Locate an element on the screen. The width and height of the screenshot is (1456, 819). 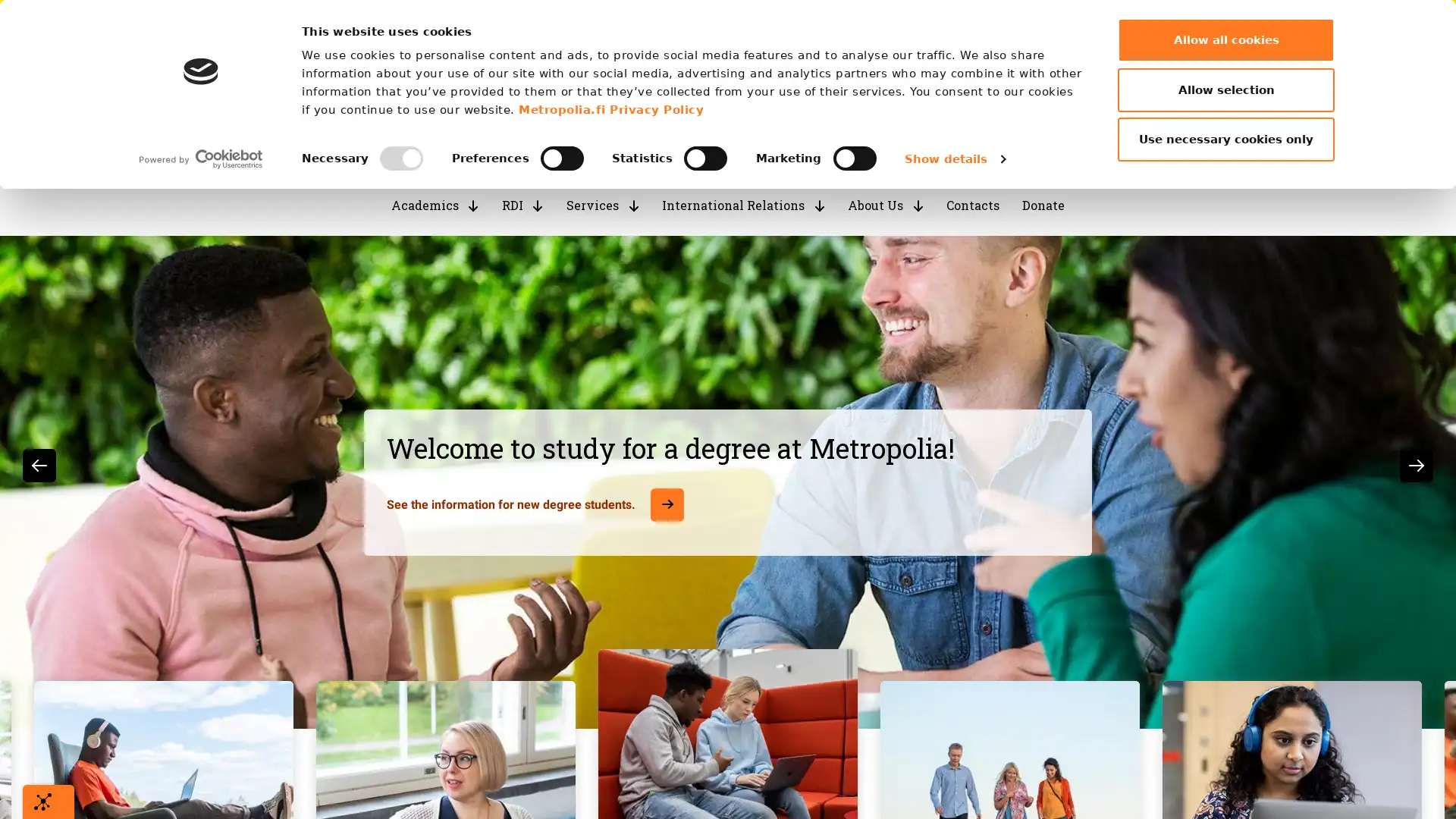
Allow selection is located at coordinates (1226, 89).